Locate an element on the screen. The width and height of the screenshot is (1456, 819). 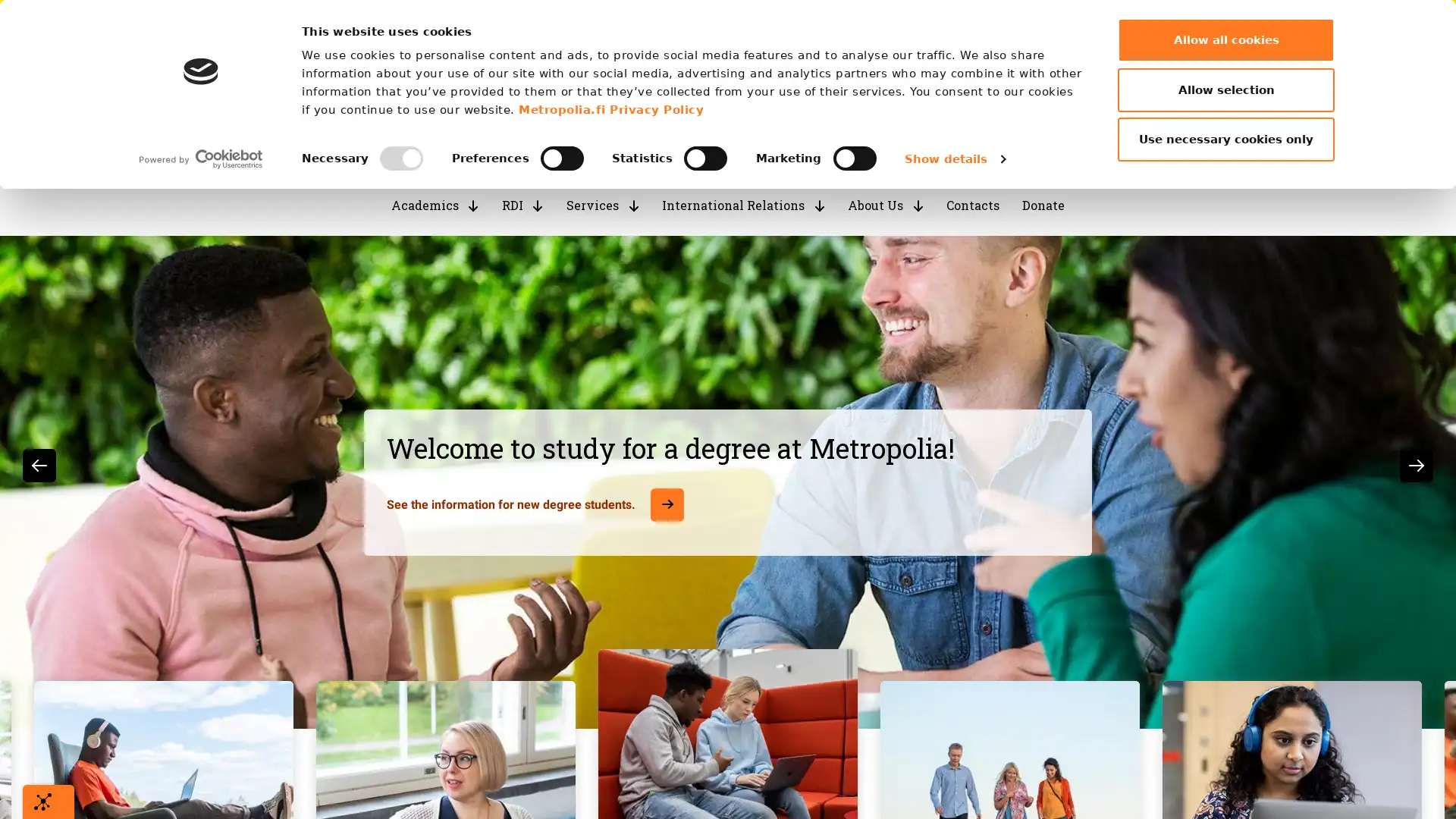
Allow selection is located at coordinates (1226, 89).